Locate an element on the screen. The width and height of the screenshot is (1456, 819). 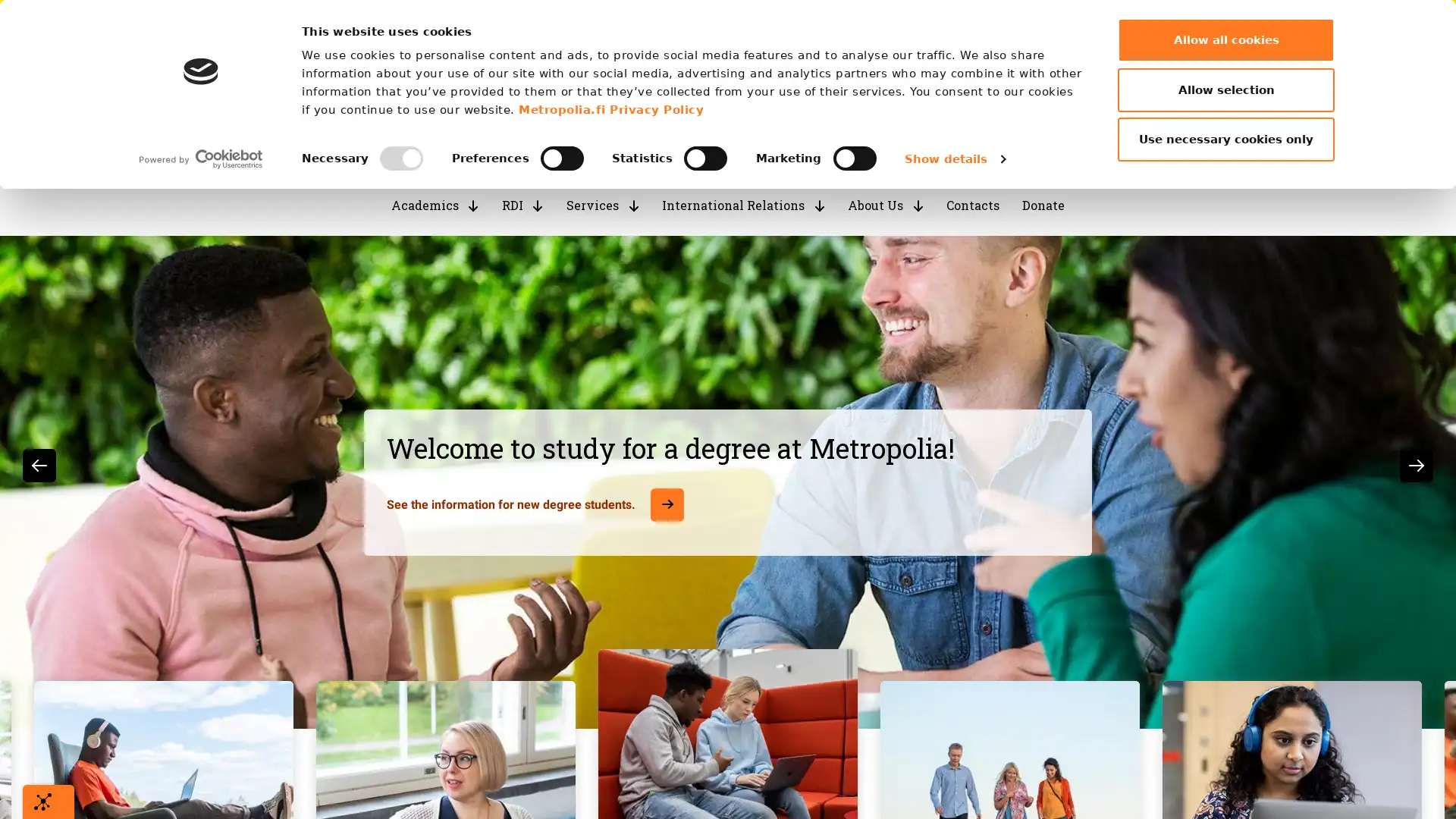
Allow selection is located at coordinates (1226, 89).